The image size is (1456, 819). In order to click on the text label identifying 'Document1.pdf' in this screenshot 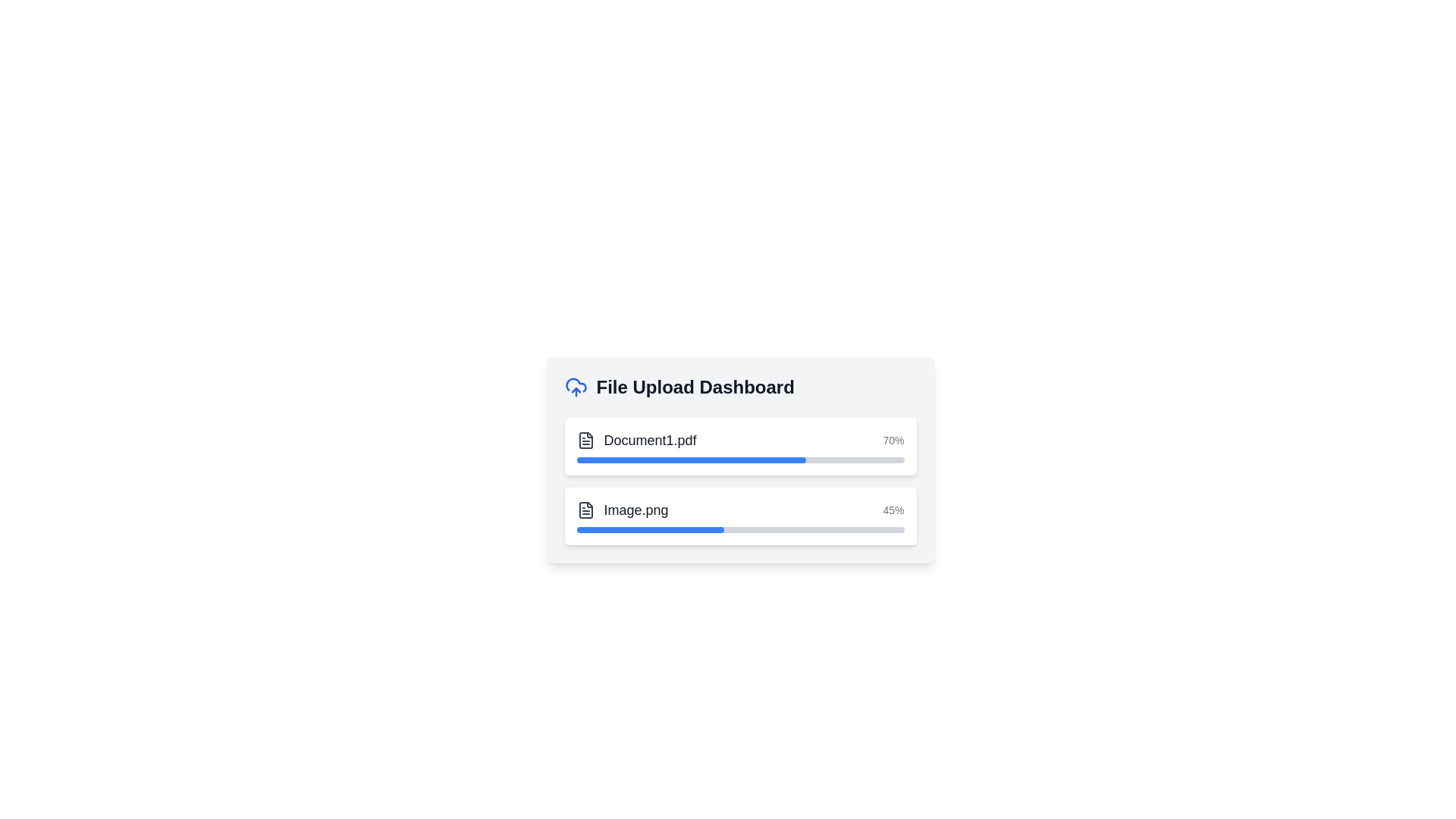, I will do `click(650, 441)`.